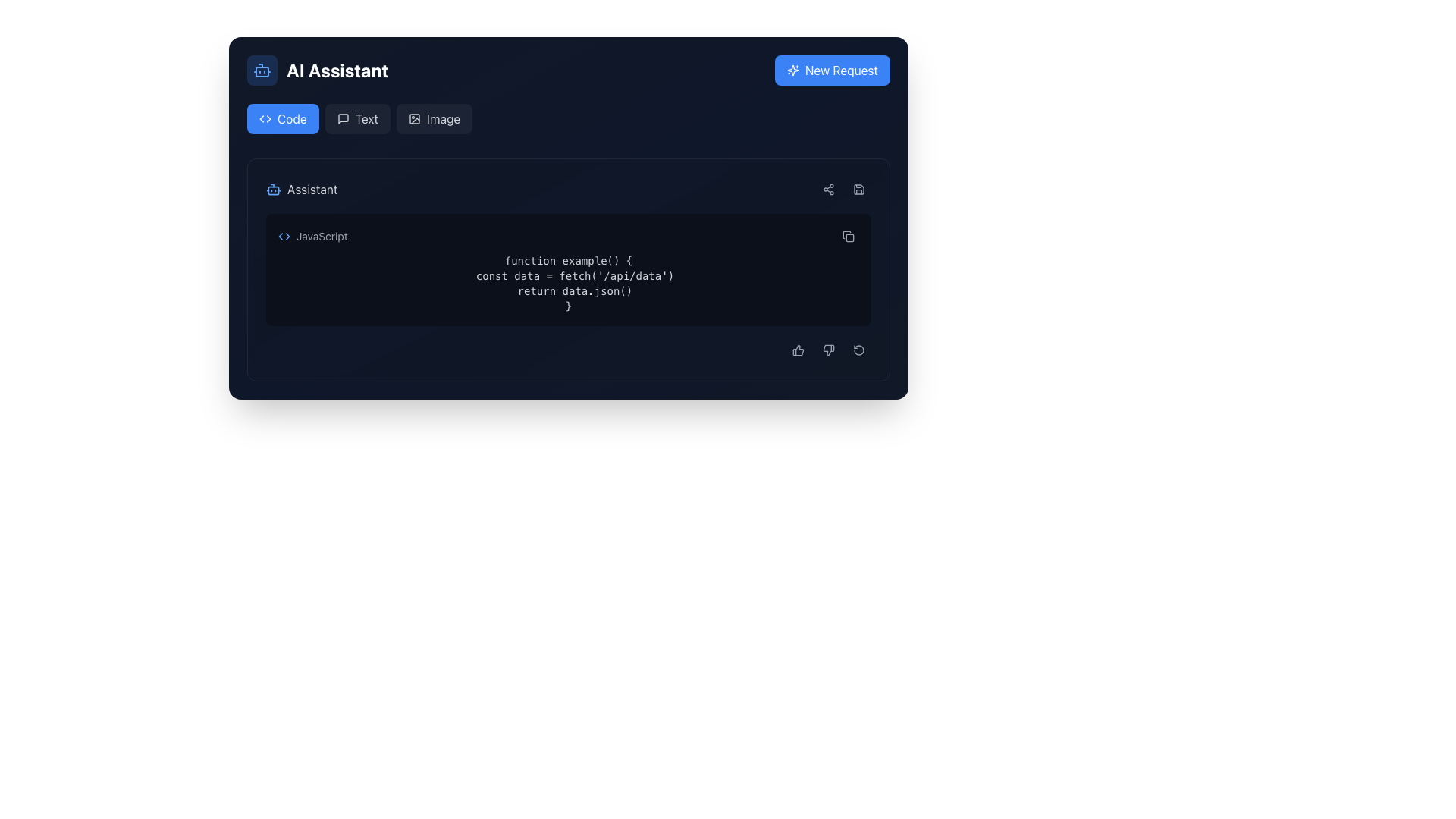  Describe the element at coordinates (265, 118) in the screenshot. I see `the icon element representing a pair of chevrons pointing in opposite directions, which is located within the 'Code' button in the top-left region of the interface` at that location.